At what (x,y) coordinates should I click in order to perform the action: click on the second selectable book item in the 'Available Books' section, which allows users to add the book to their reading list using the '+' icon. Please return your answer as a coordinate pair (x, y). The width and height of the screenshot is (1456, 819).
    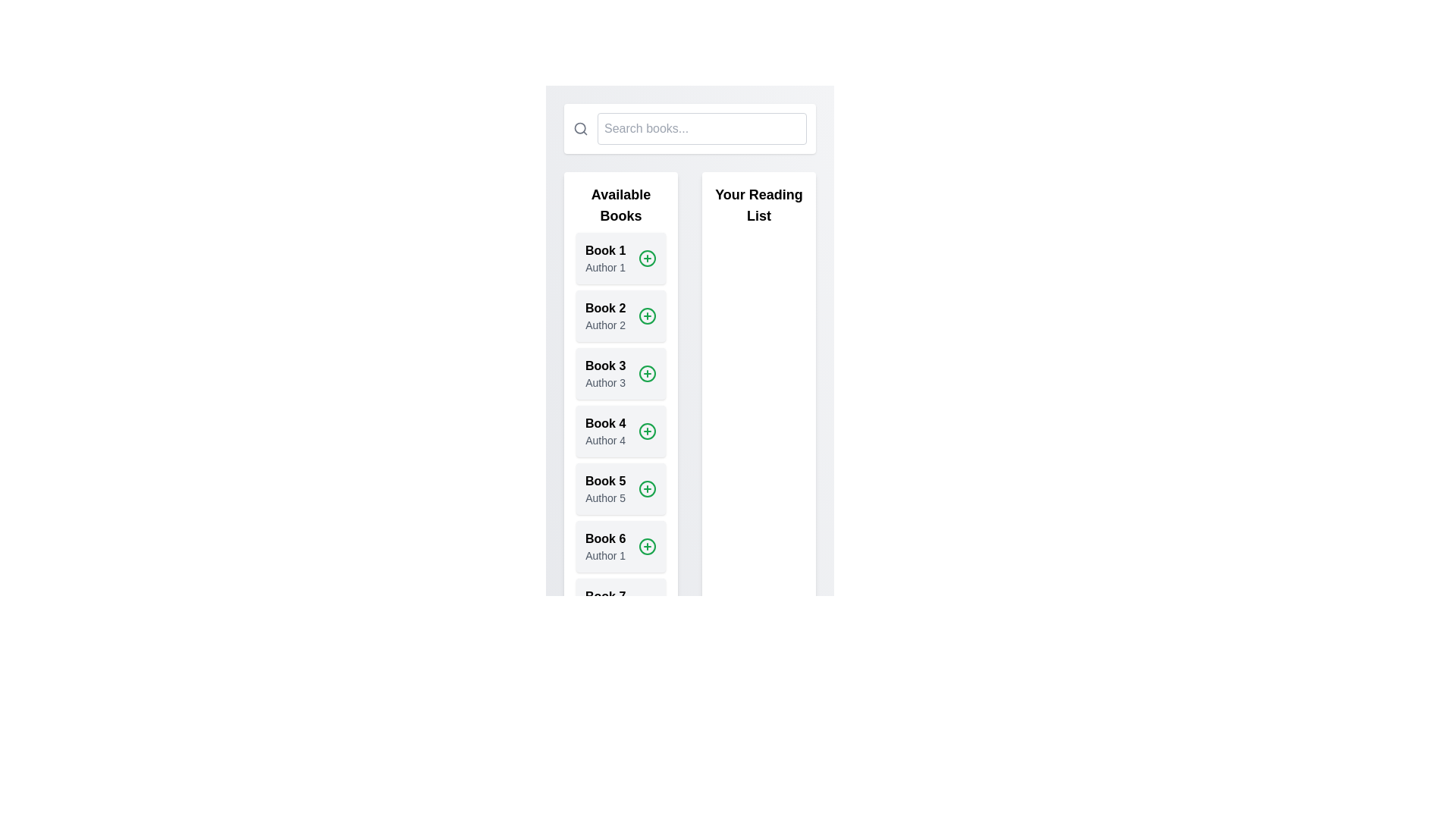
    Looking at the image, I should click on (621, 315).